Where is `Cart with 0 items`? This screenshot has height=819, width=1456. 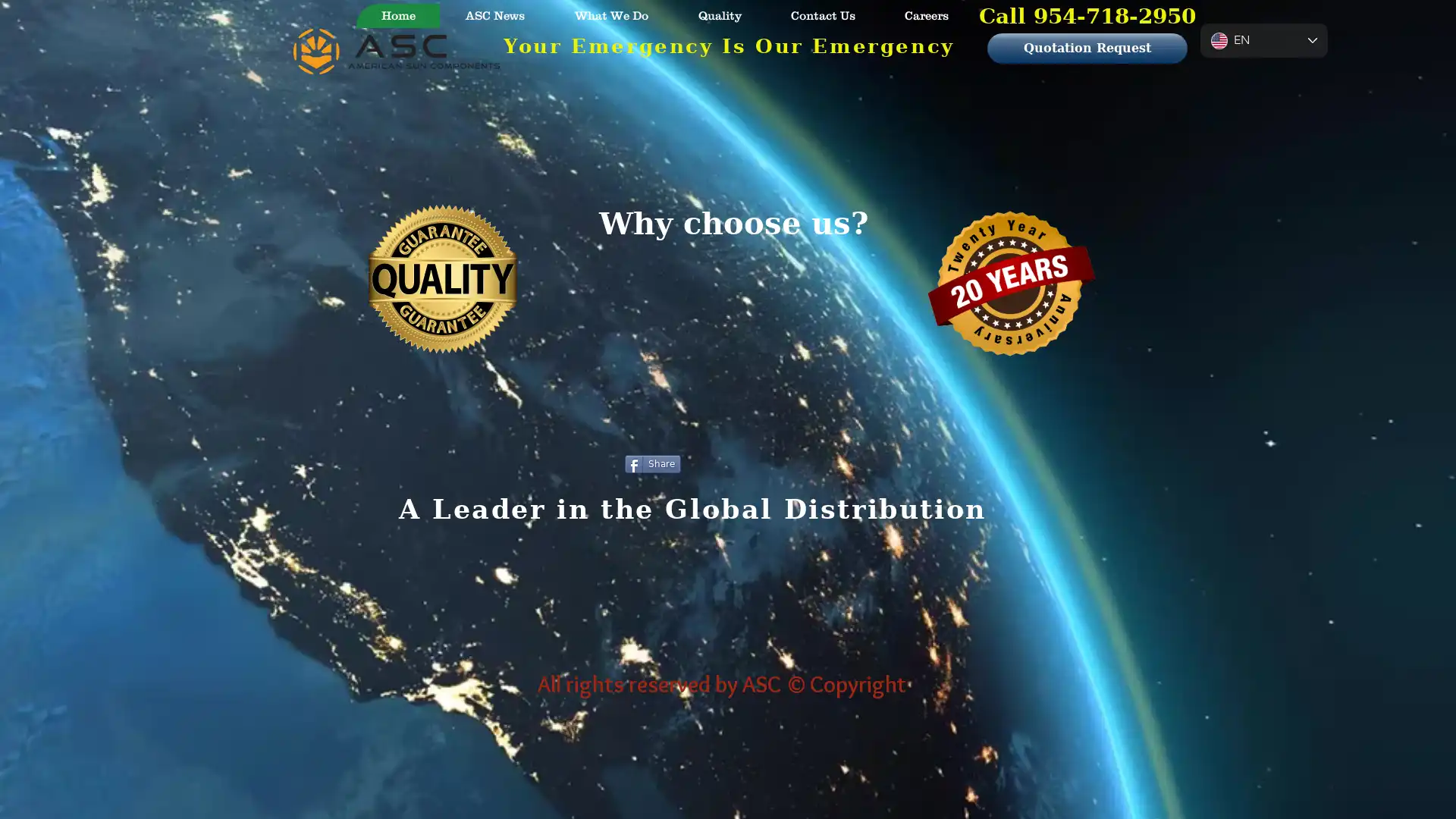 Cart with 0 items is located at coordinates (1090, 31).